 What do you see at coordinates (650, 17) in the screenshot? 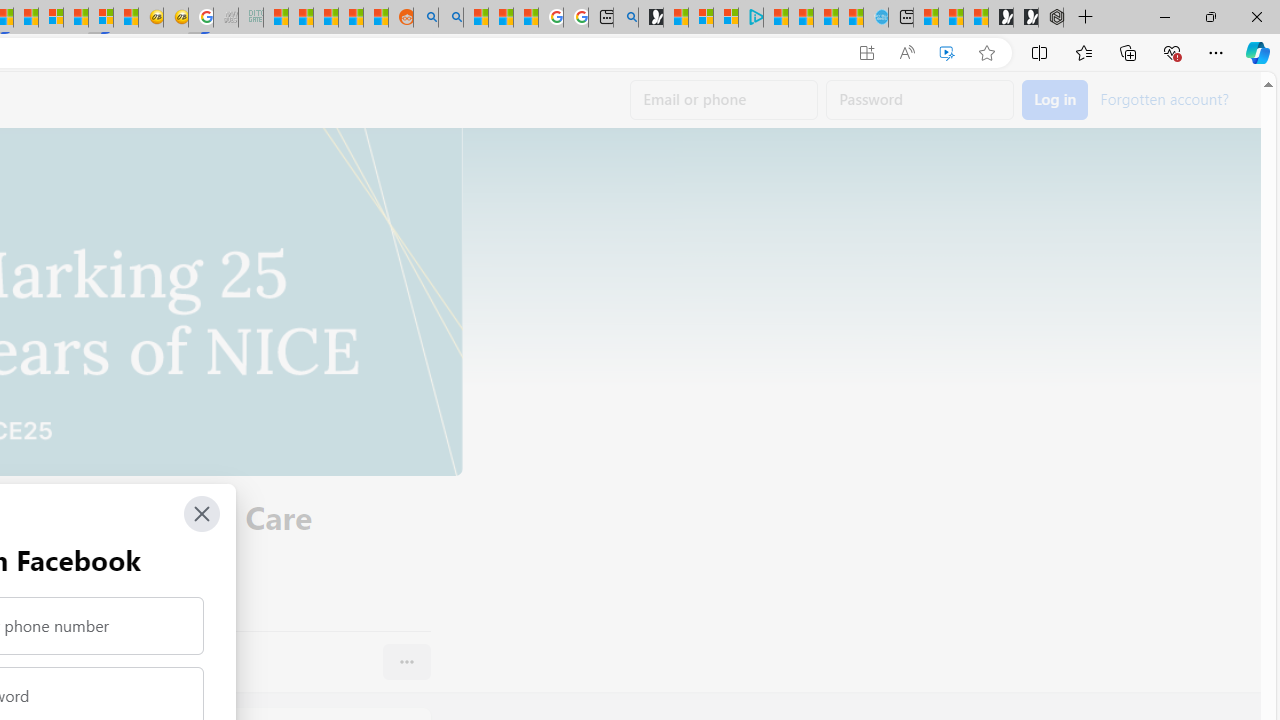
I see `'Microsoft Start Gaming'` at bounding box center [650, 17].